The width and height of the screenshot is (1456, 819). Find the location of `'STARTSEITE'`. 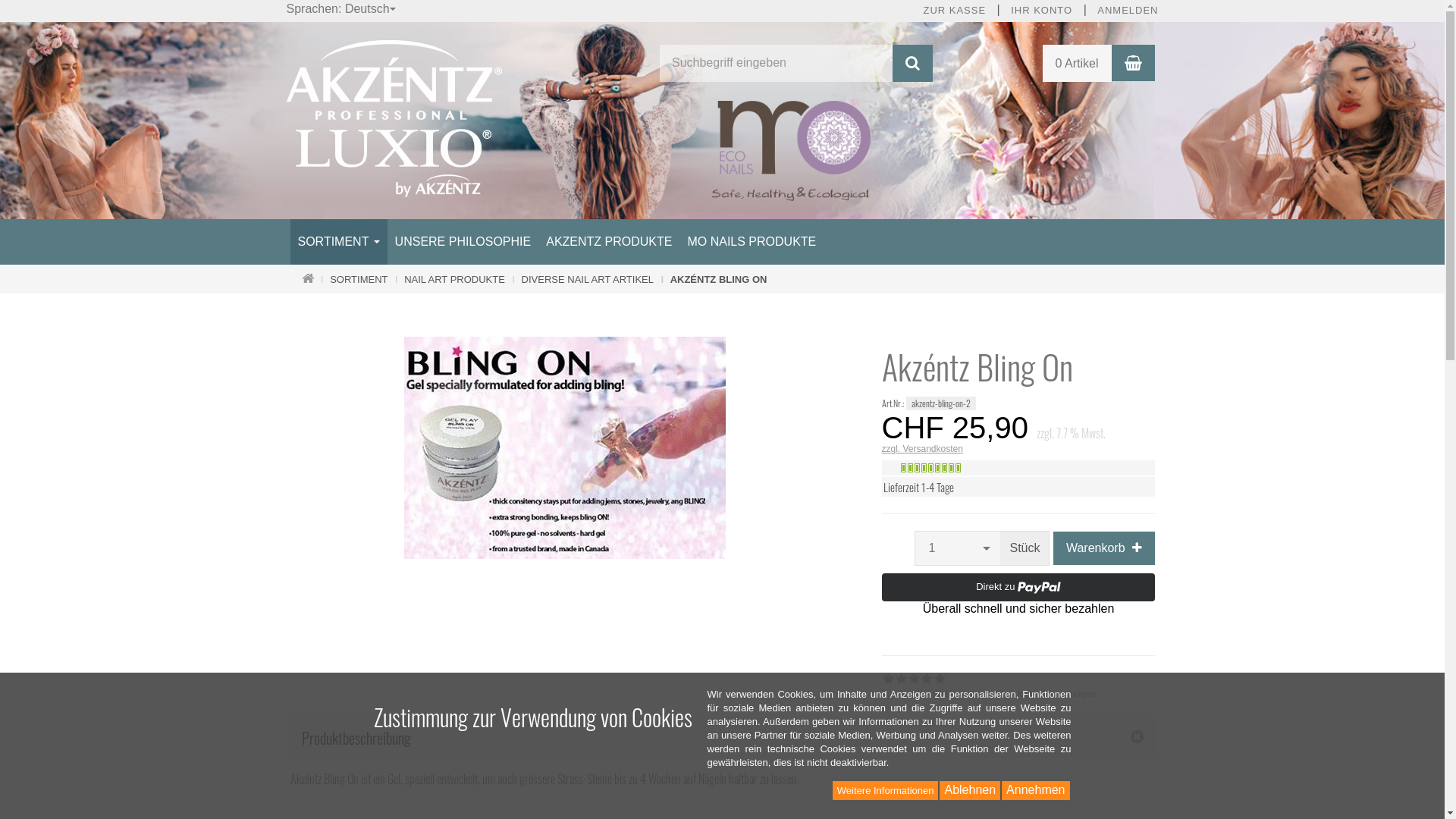

'STARTSEITE' is located at coordinates (307, 279).